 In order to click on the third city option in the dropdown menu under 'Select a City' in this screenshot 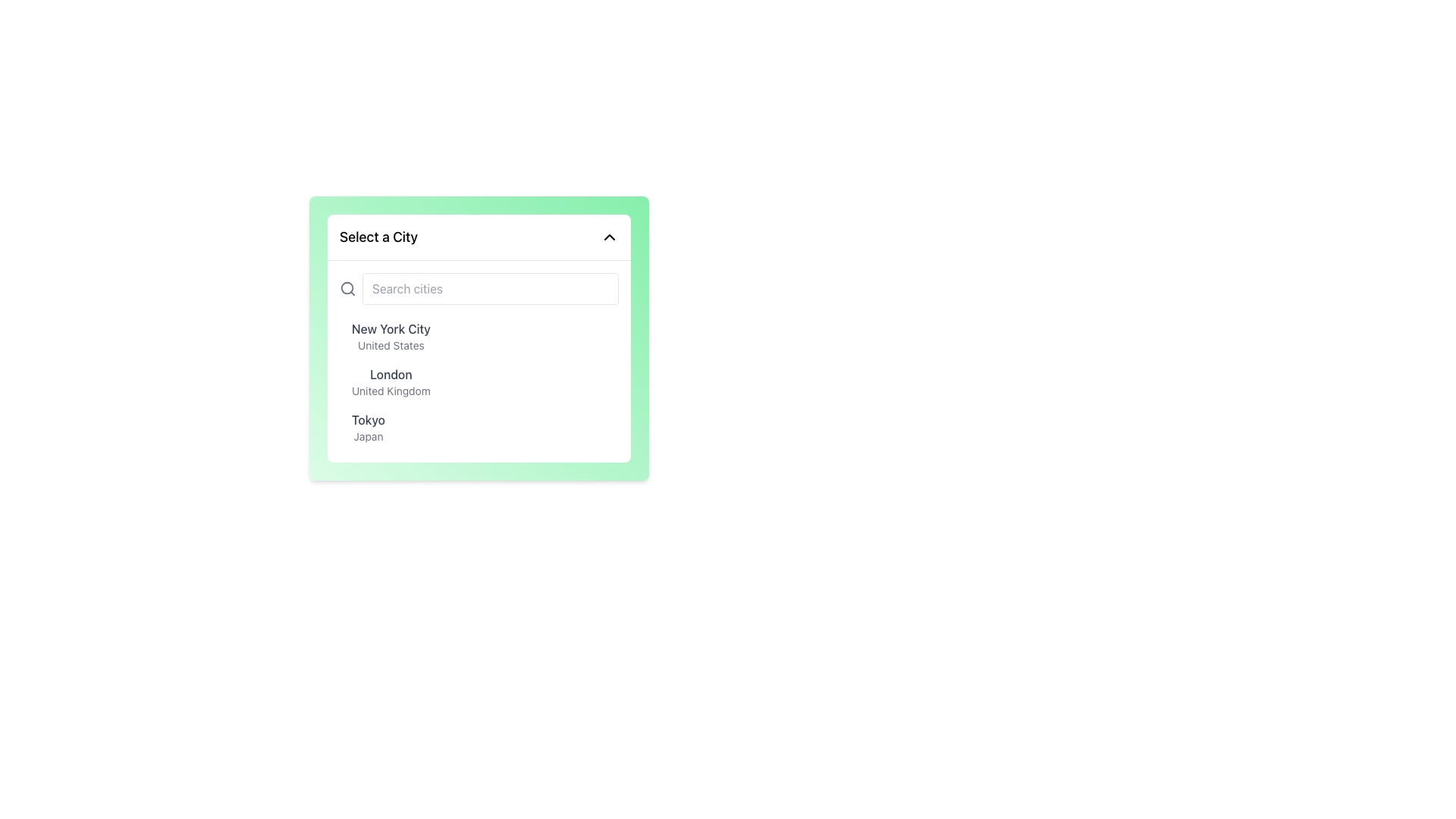, I will do `click(368, 427)`.